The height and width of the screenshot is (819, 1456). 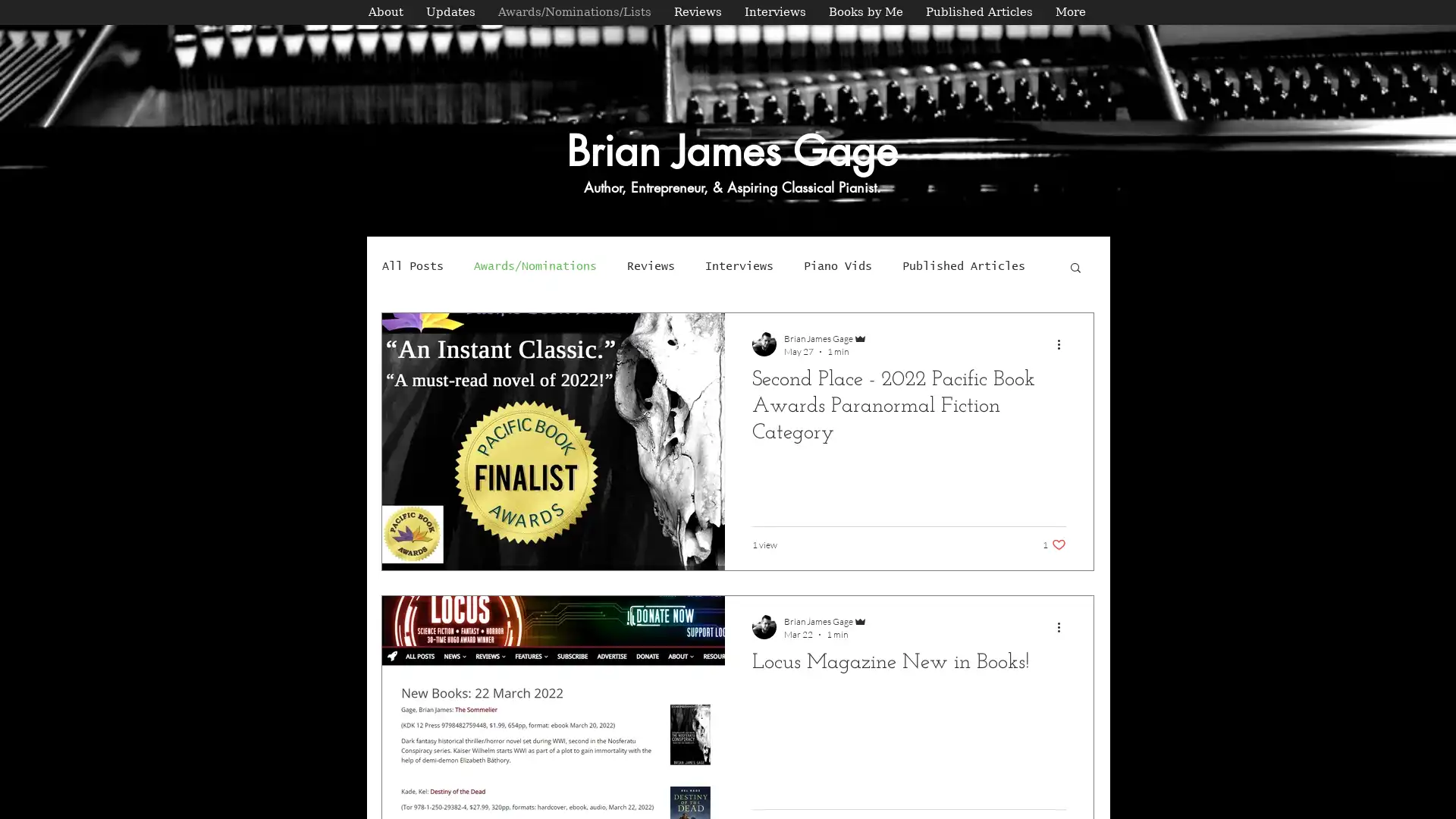 I want to click on 1 like. Post not marked as liked, so click(x=1053, y=544).